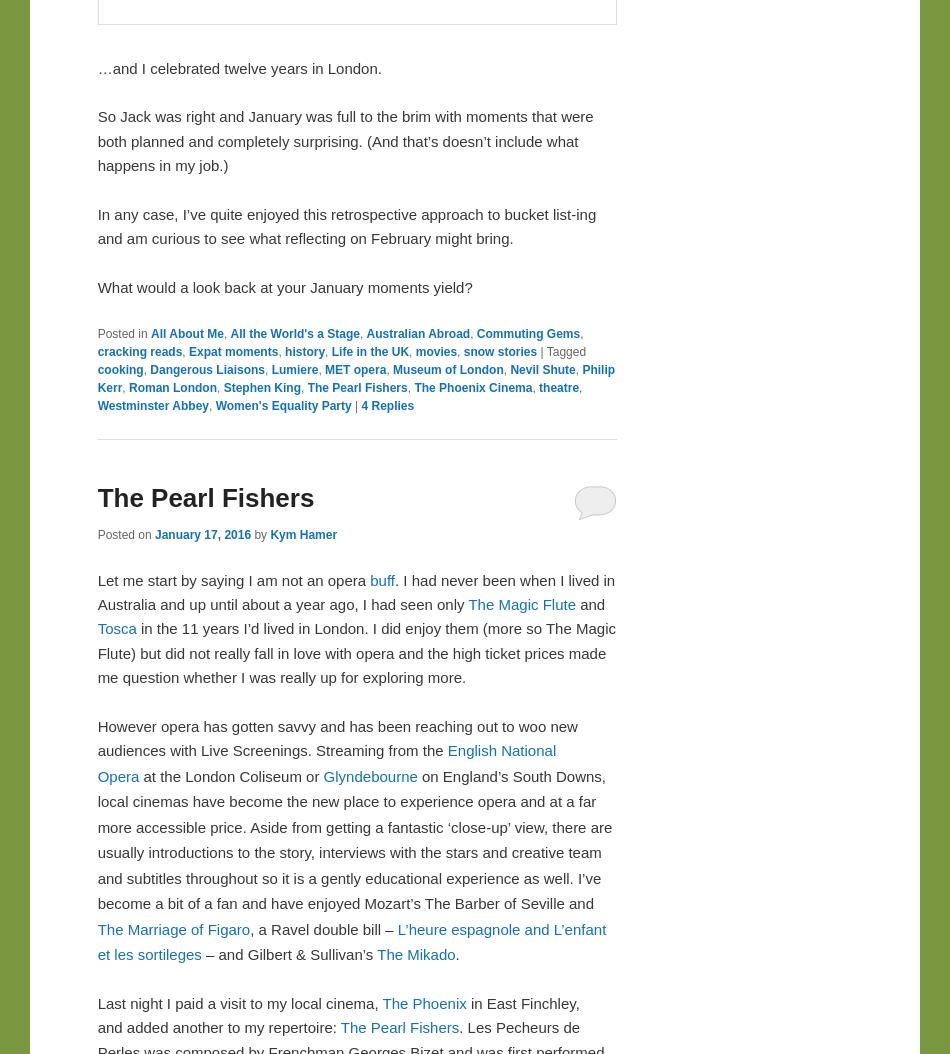 This screenshot has width=950, height=1054. Describe the element at coordinates (282, 404) in the screenshot. I see `'Women's Equality Party'` at that location.